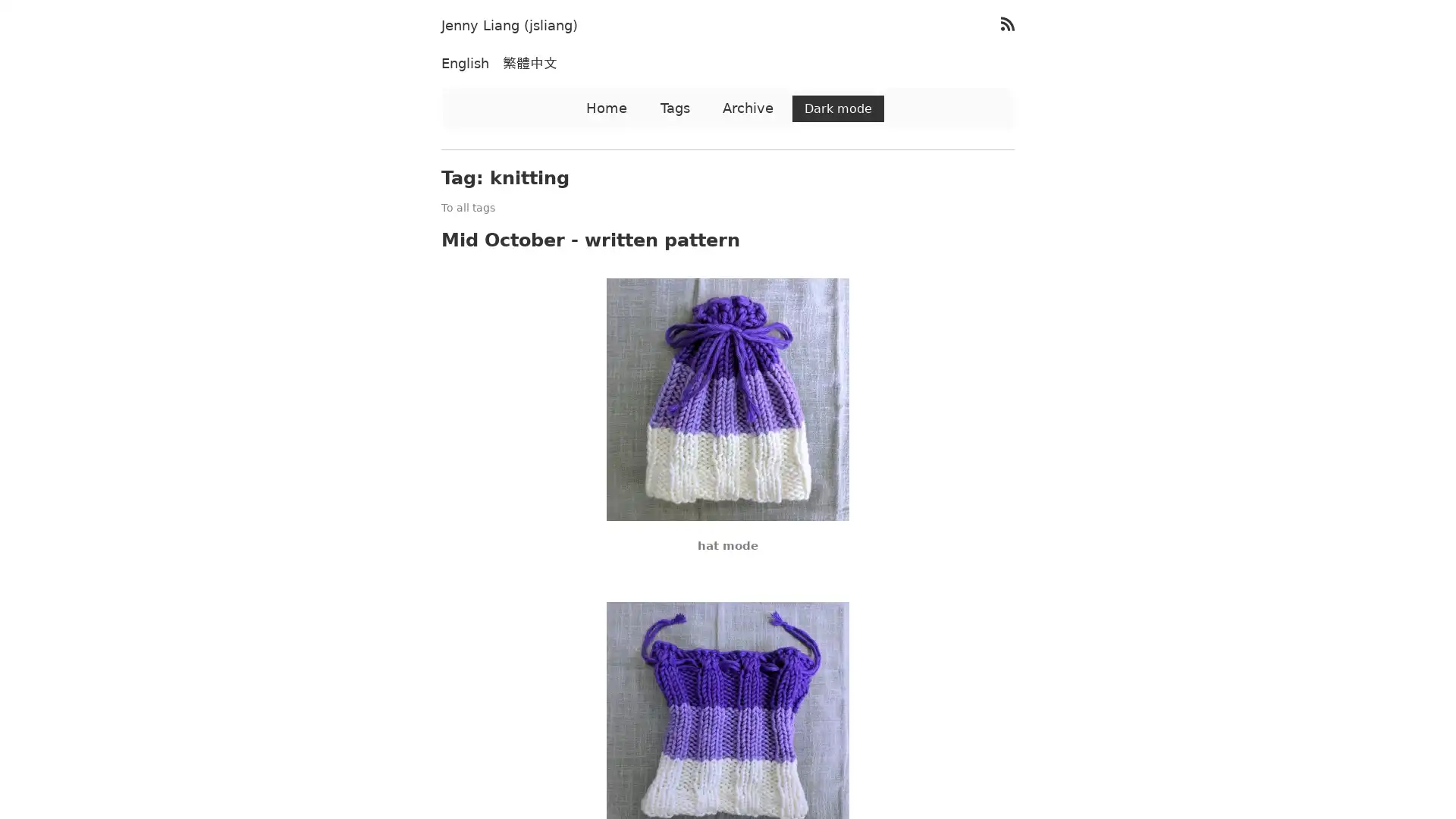 Image resolution: width=1456 pixels, height=819 pixels. I want to click on Dark mode, so click(837, 108).